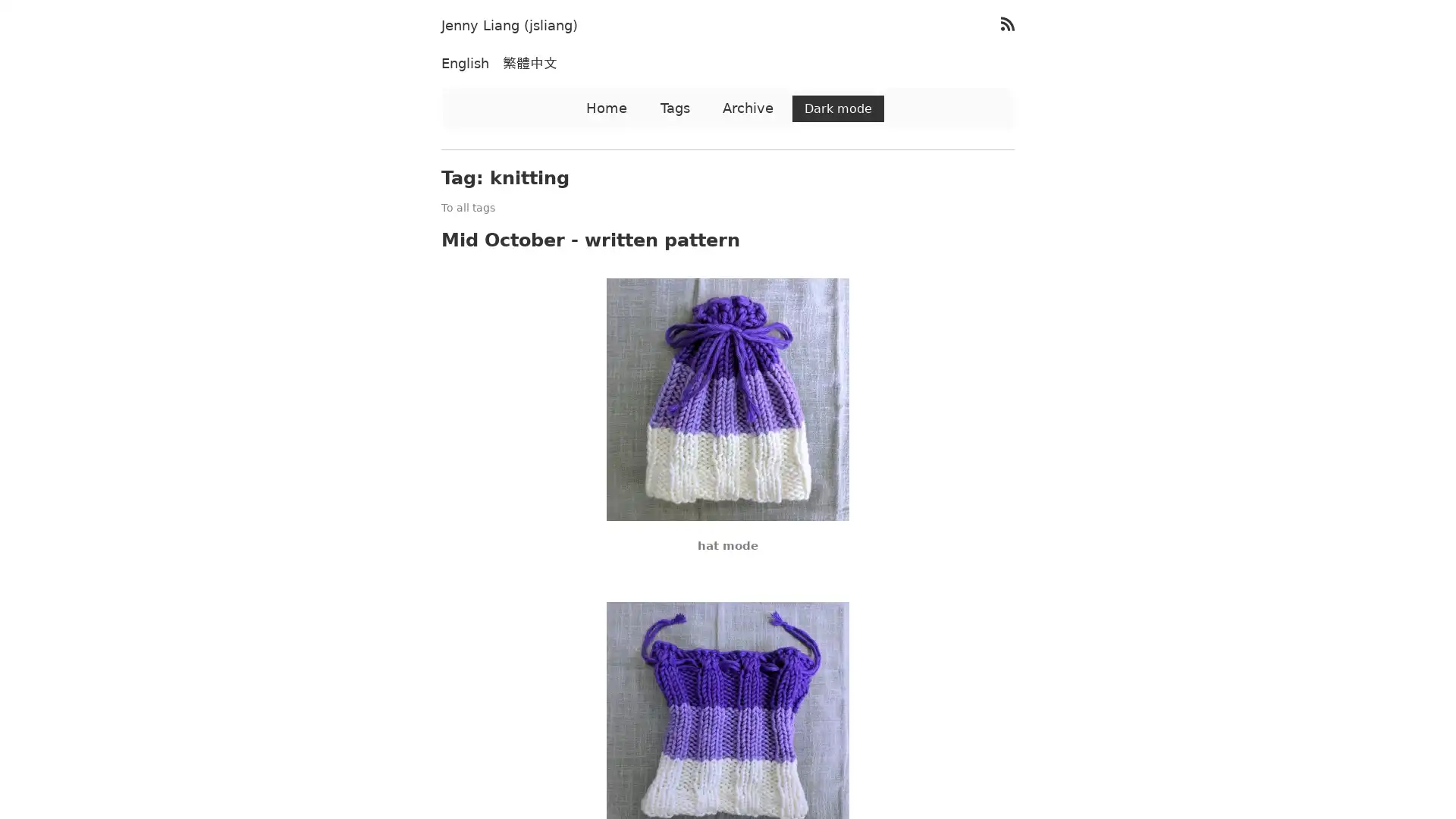 Image resolution: width=1456 pixels, height=819 pixels. I want to click on Dark mode, so click(837, 108).